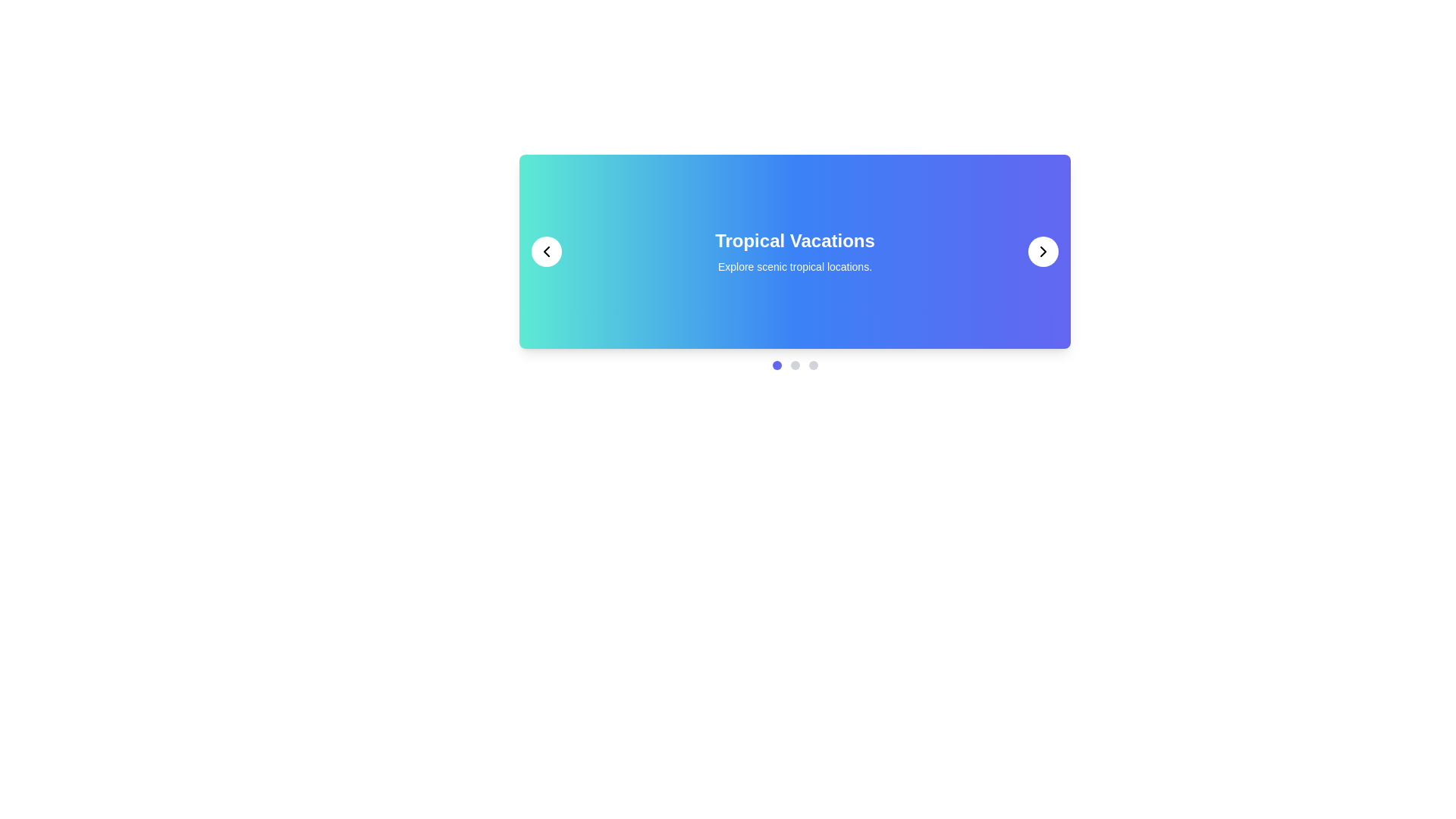  Describe the element at coordinates (1043, 250) in the screenshot. I see `the right-pointing arrow icon within the circular button on the blue gradient card` at that location.